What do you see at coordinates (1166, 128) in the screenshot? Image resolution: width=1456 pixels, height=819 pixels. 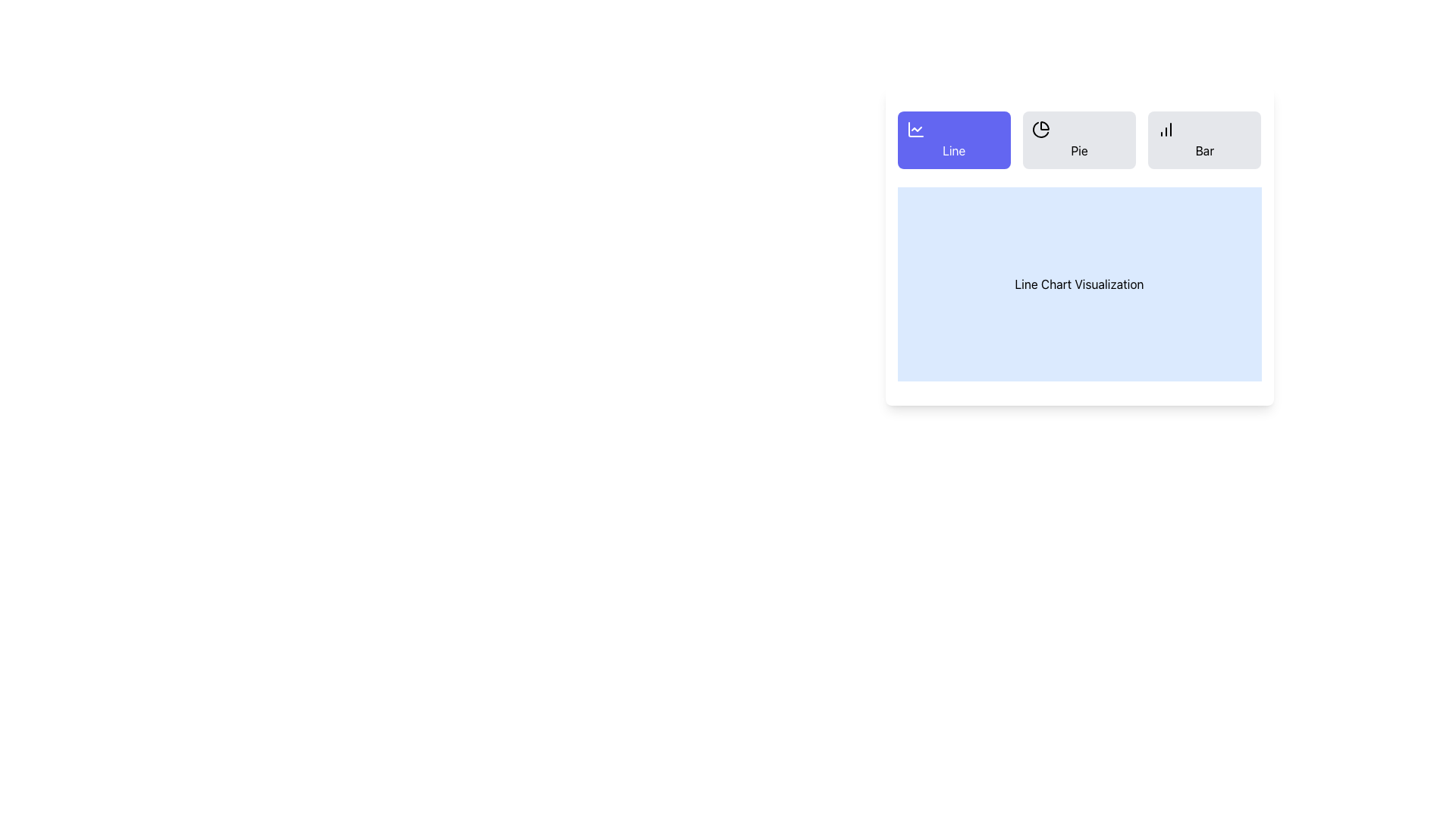 I see `the bar chart icon located within the 'Bar' button in the header section` at bounding box center [1166, 128].